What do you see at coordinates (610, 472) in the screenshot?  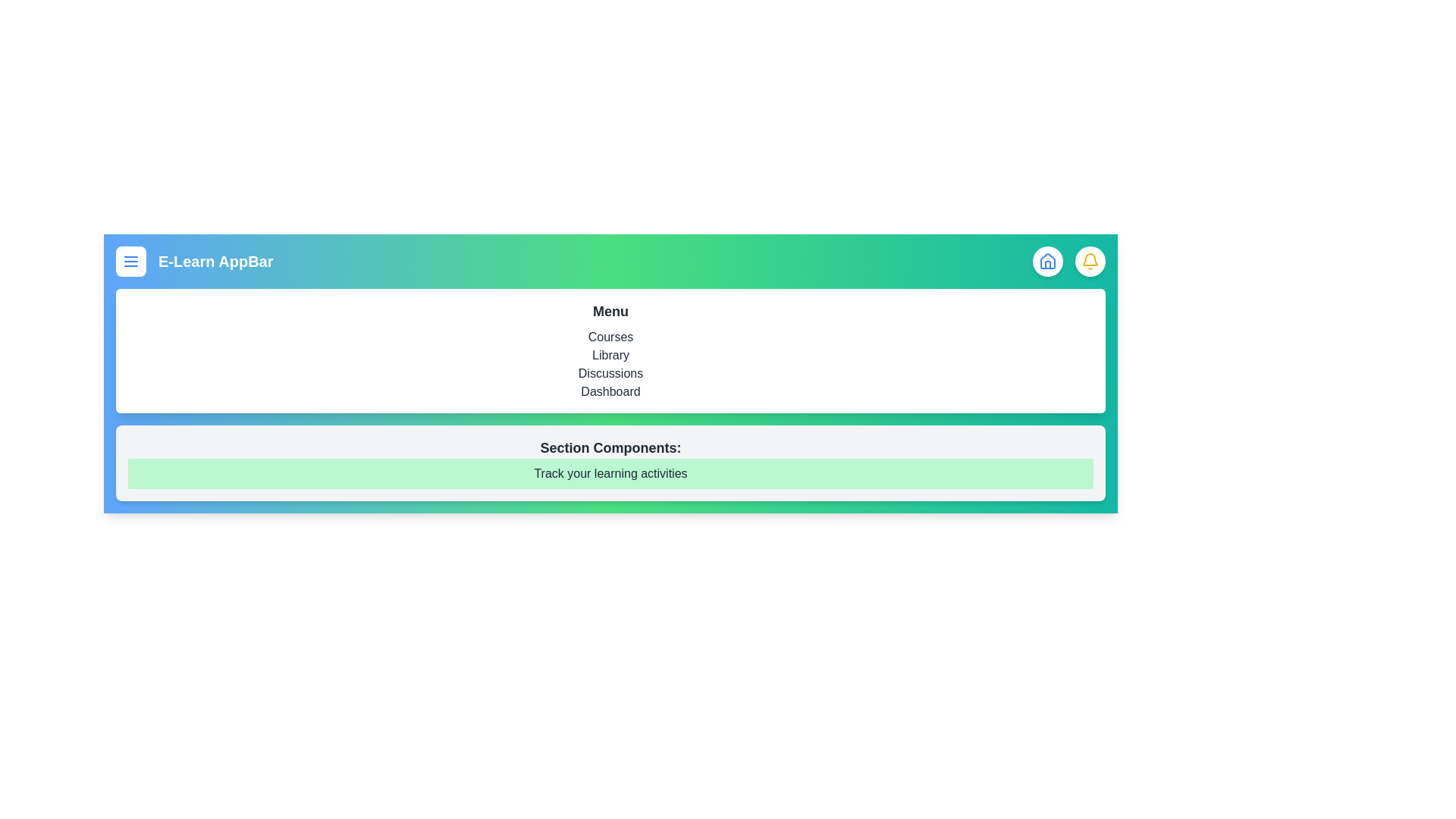 I see `the text 'Track your learning activities' in the section components area` at bounding box center [610, 472].